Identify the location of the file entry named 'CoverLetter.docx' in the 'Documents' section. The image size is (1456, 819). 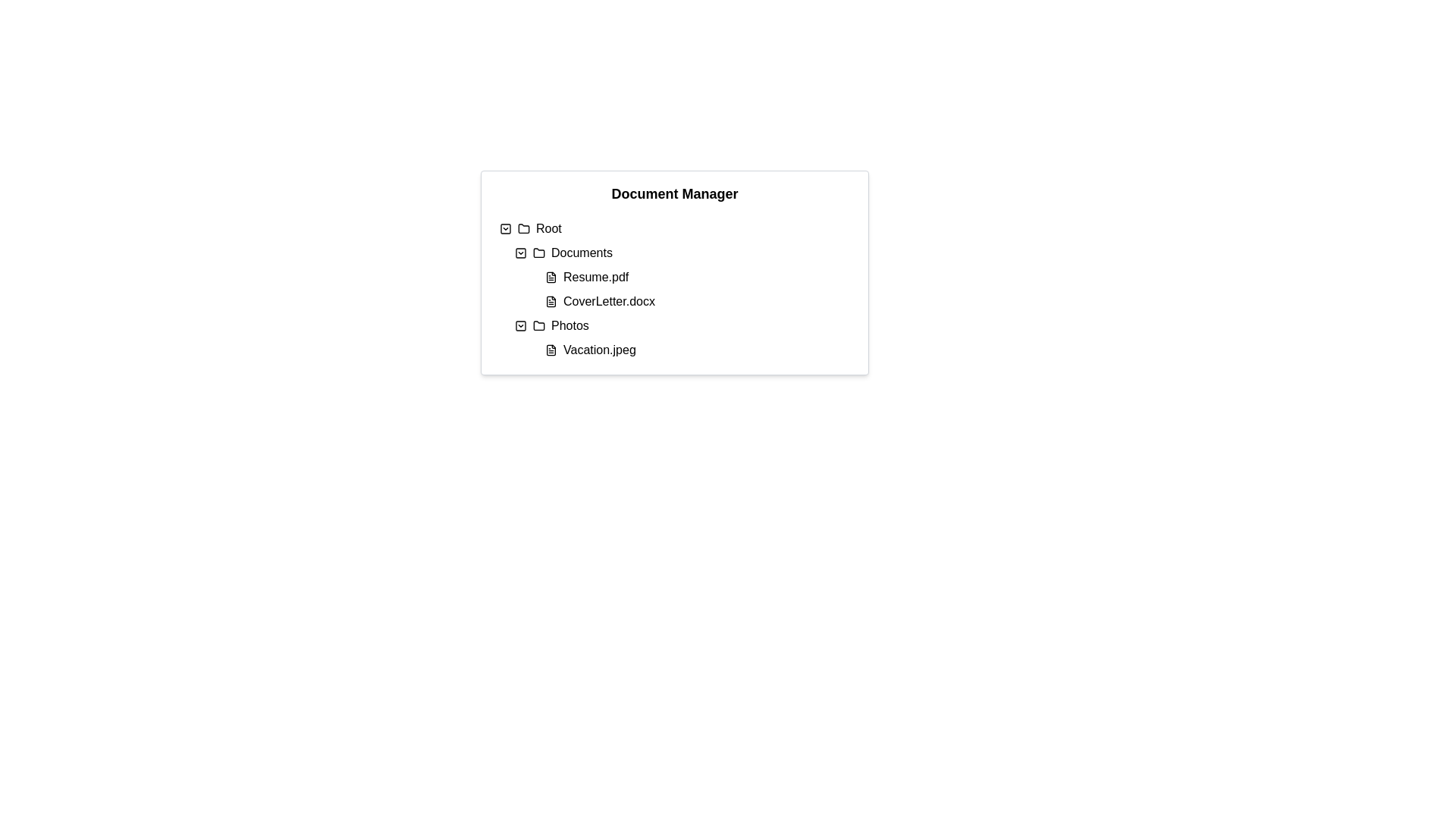
(682, 301).